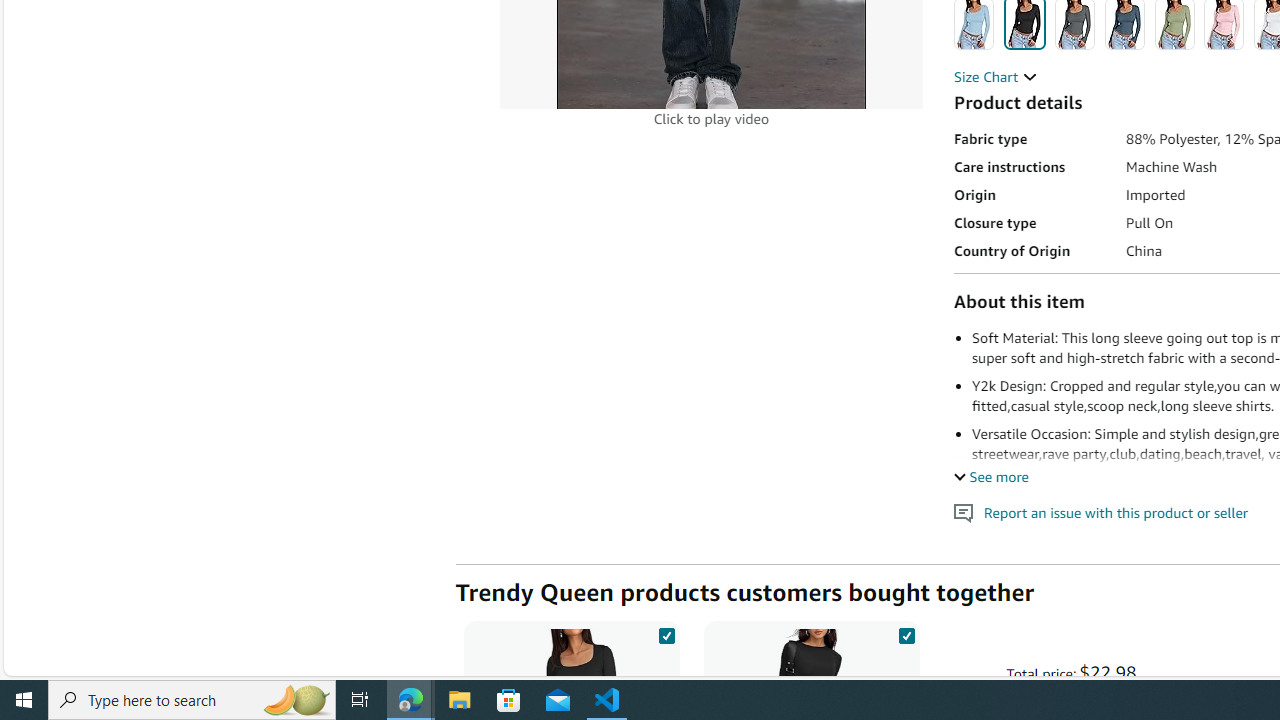  Describe the element at coordinates (995, 76) in the screenshot. I see `'Size Chart '` at that location.